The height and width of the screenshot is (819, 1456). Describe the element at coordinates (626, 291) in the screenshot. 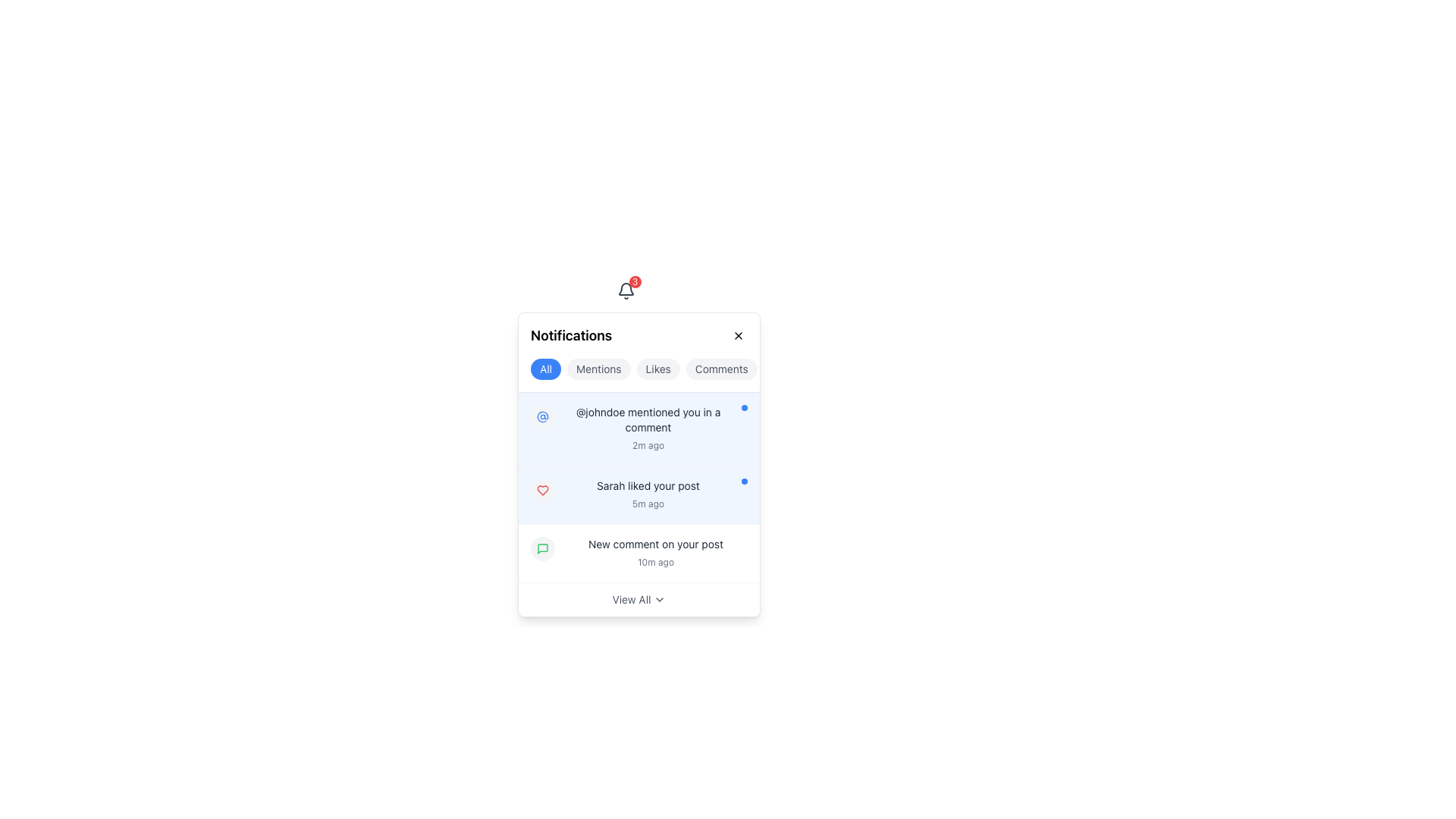

I see `the Interactive Icon with Notification Badge featuring a bell icon and a red badge with the number '3'` at that location.